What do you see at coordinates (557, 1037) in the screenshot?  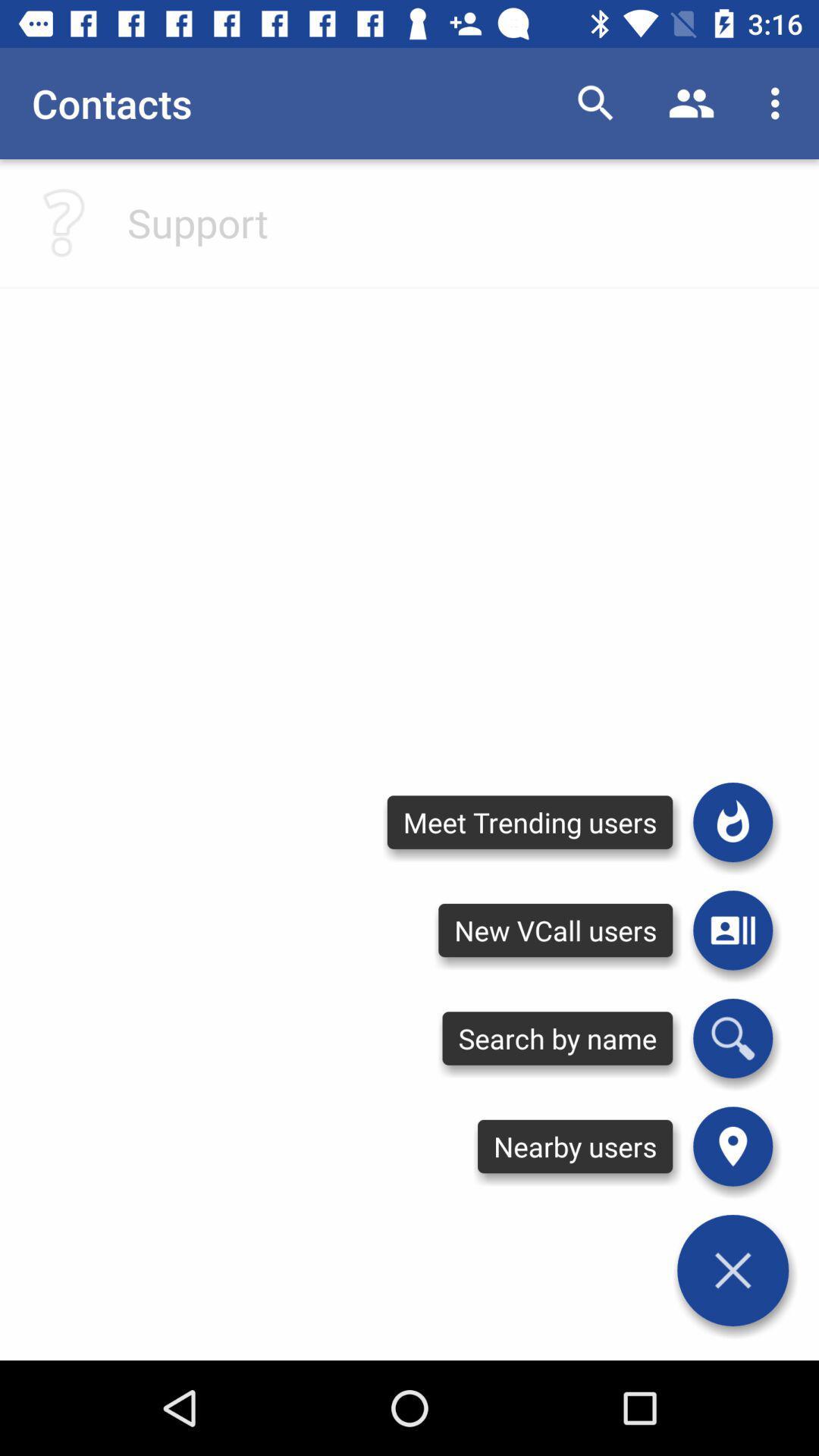 I see `the search by name icon` at bounding box center [557, 1037].